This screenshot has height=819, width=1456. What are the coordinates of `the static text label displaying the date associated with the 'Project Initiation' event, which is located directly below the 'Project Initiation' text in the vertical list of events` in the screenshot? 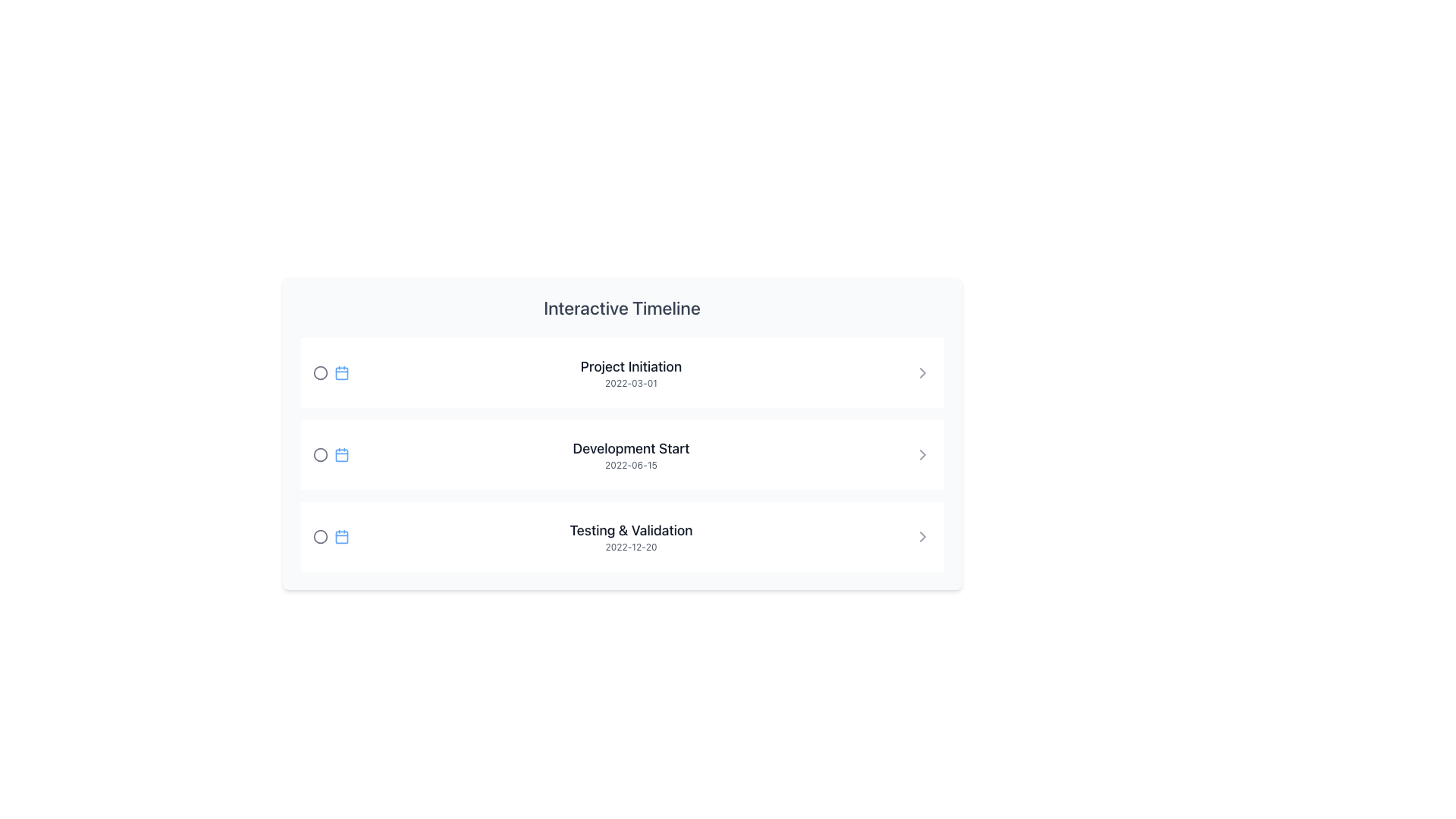 It's located at (631, 382).